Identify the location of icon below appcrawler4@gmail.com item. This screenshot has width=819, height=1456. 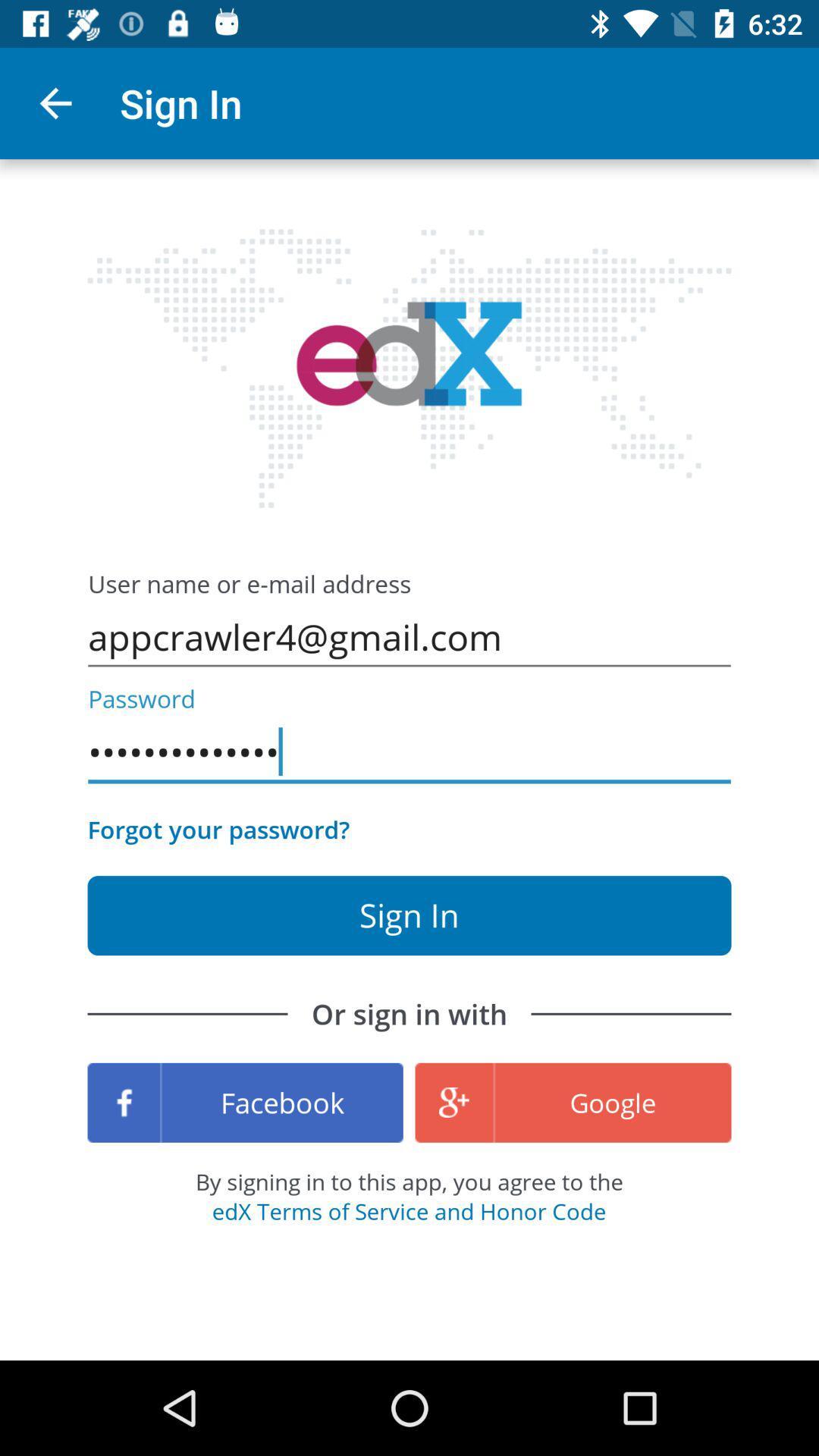
(409, 752).